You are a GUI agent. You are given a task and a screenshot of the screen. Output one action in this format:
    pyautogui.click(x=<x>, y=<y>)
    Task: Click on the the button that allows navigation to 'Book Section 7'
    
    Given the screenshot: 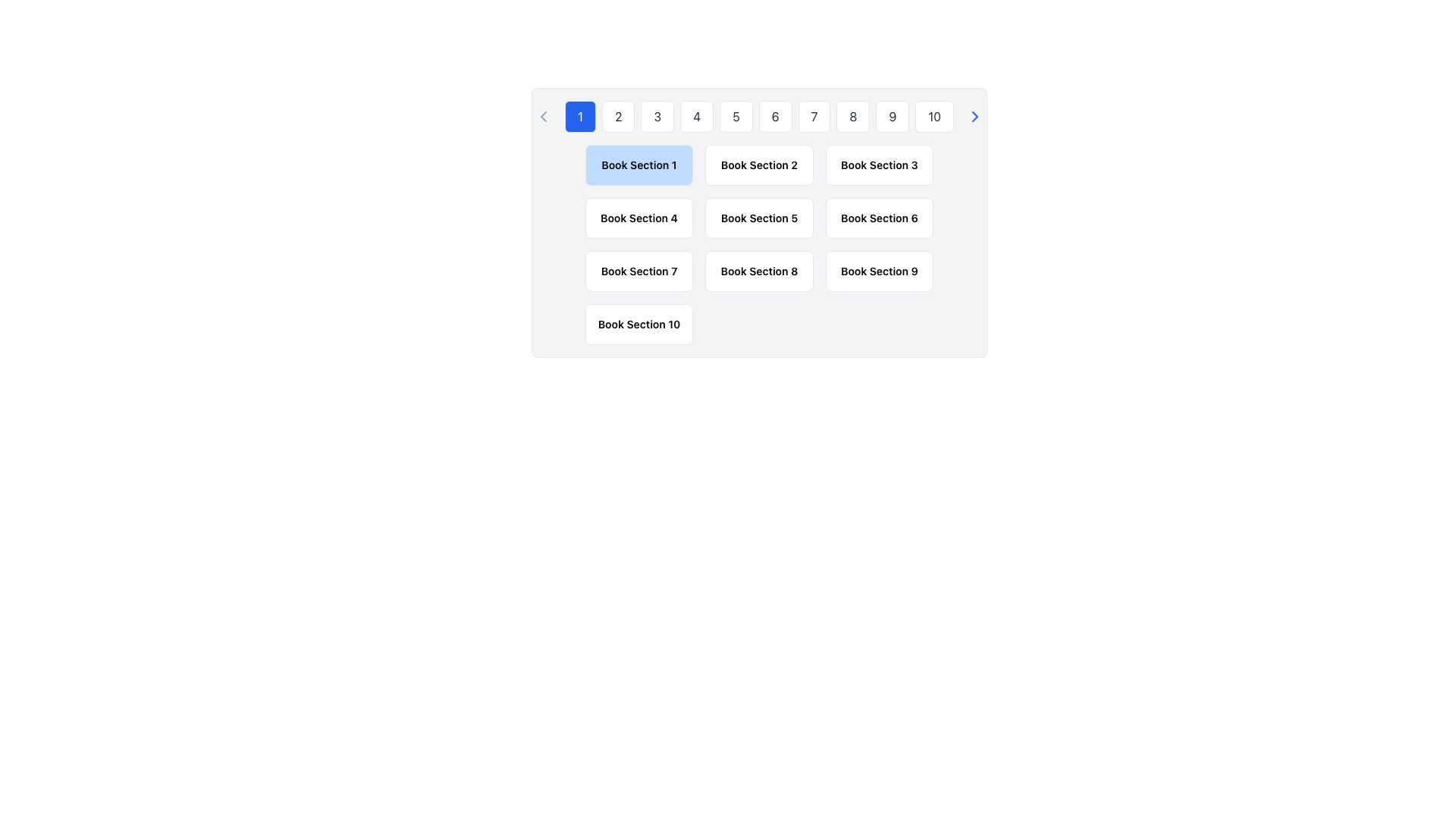 What is the action you would take?
    pyautogui.click(x=639, y=271)
    